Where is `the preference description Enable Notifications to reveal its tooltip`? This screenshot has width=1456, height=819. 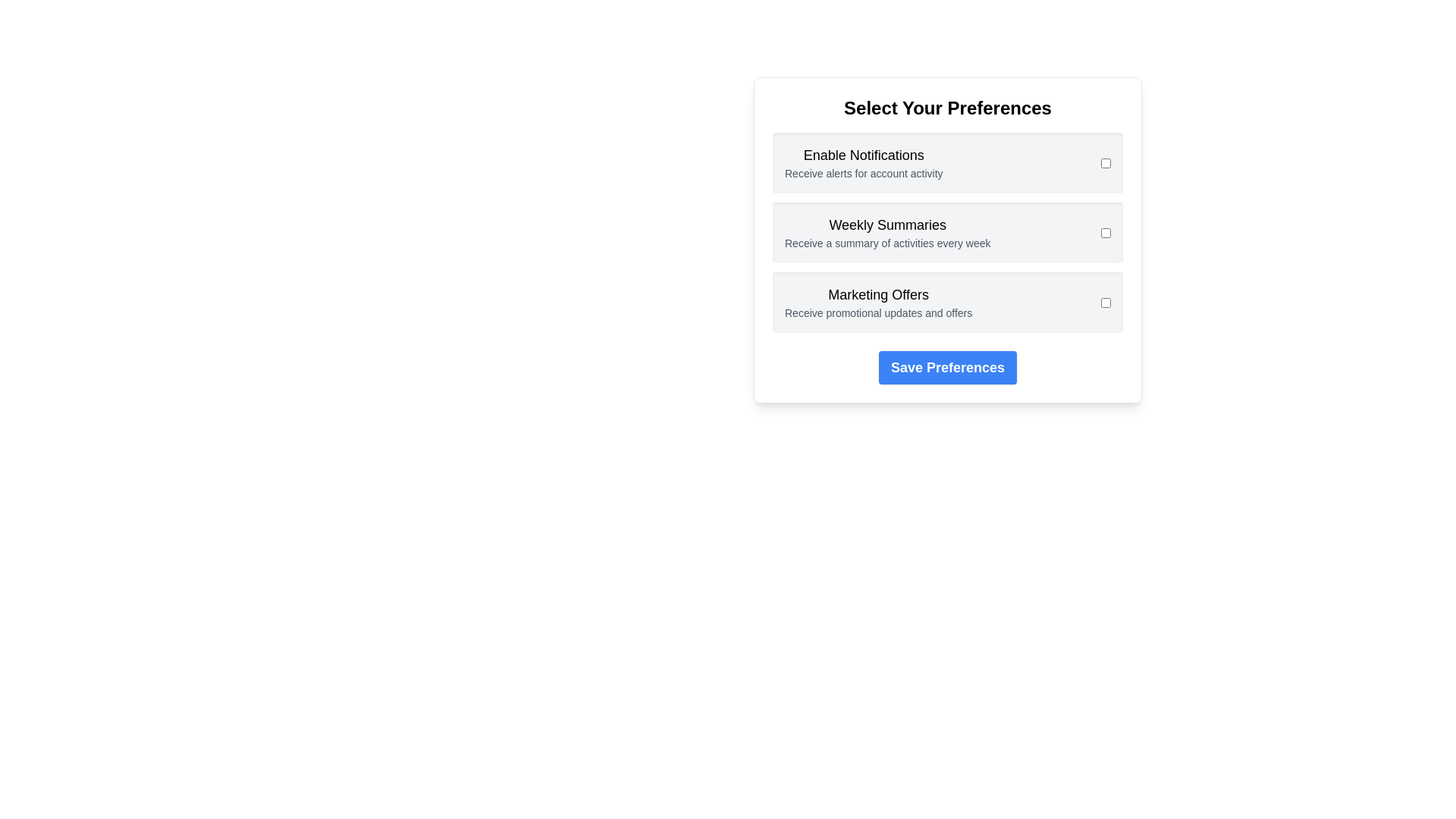
the preference description Enable Notifications to reveal its tooltip is located at coordinates (864, 172).